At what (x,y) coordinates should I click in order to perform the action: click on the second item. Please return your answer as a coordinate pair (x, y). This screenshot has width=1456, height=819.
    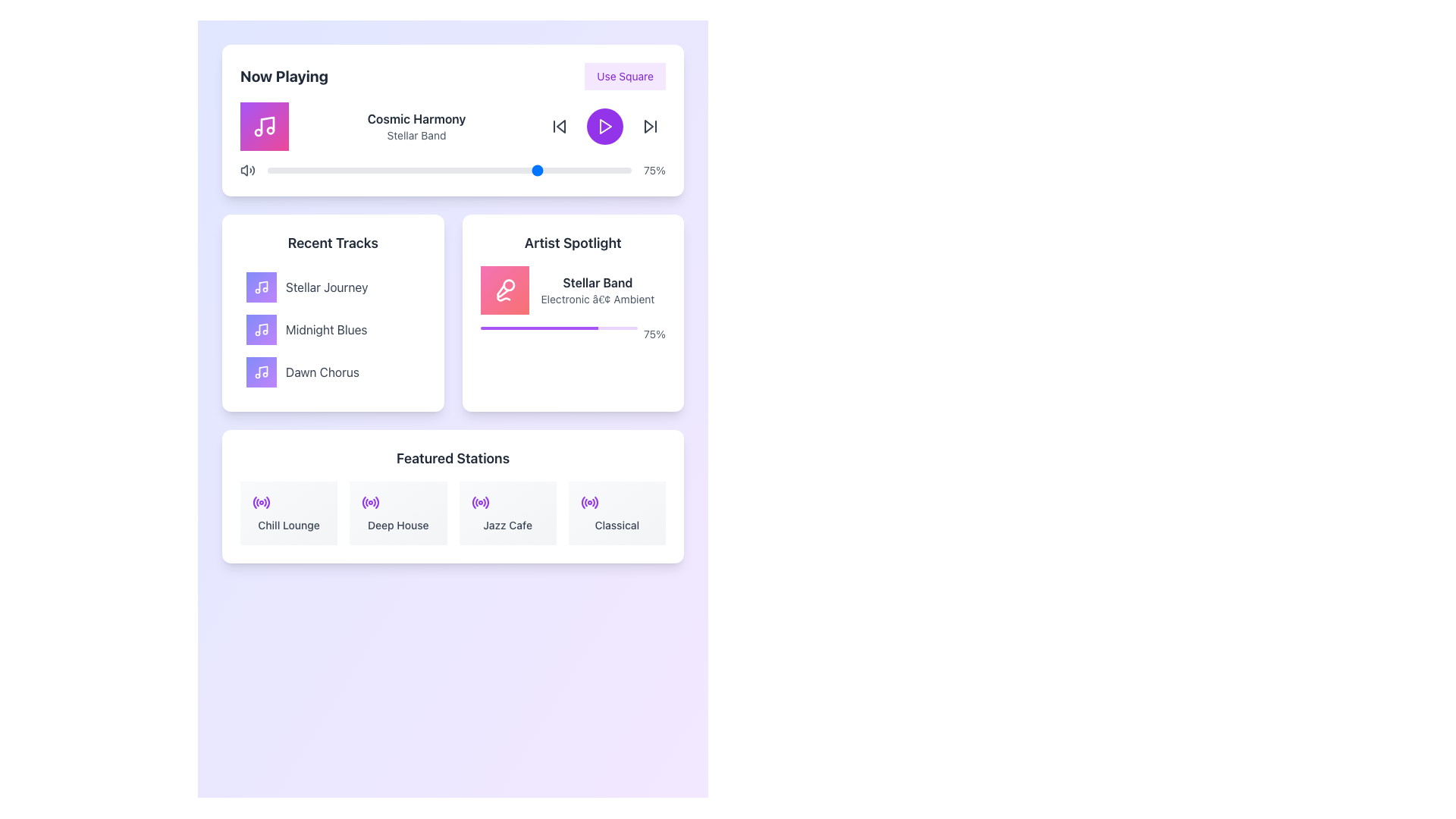
    Looking at the image, I should click on (332, 329).